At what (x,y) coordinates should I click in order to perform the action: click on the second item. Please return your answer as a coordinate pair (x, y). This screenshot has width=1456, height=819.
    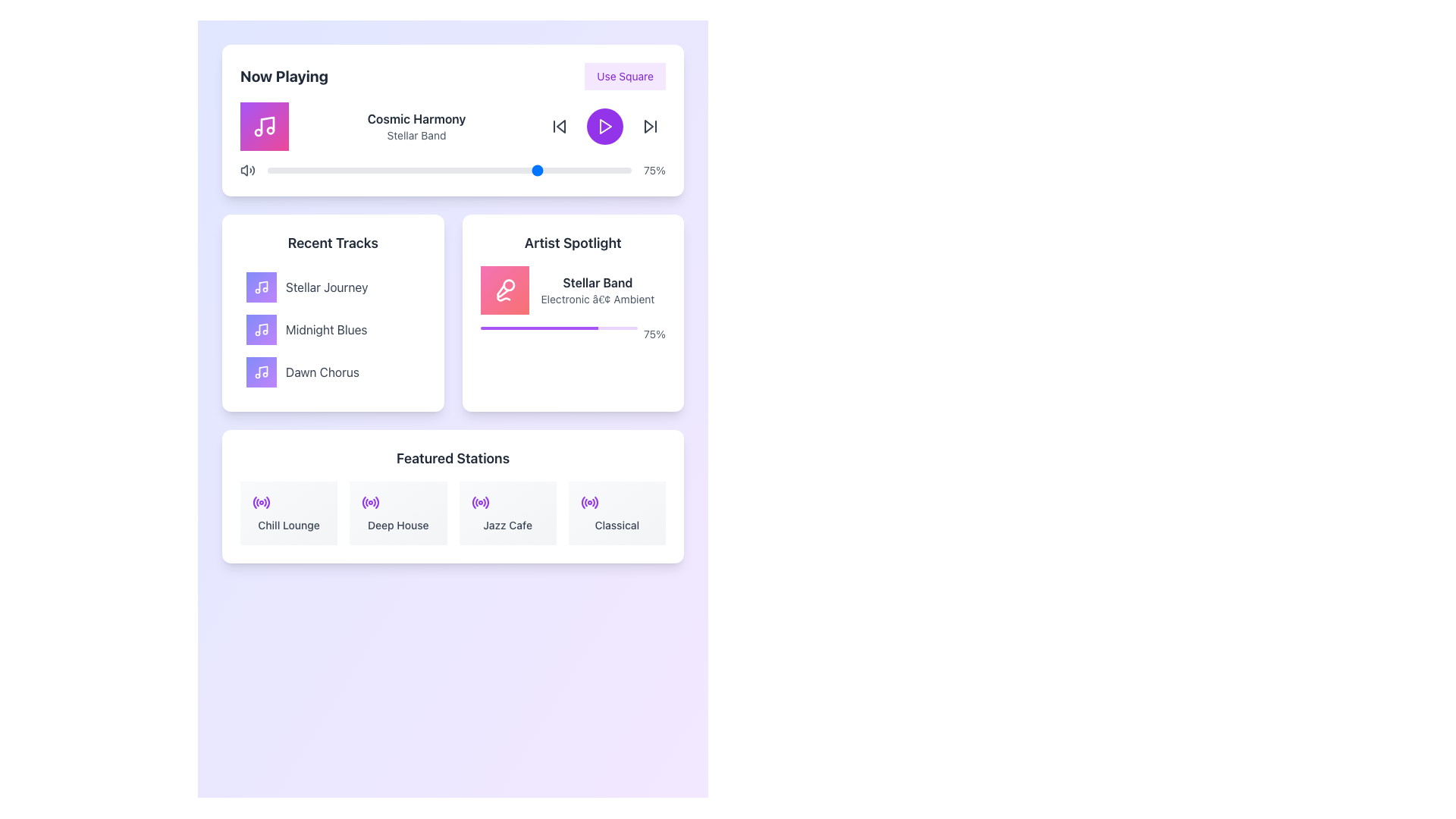
    Looking at the image, I should click on (332, 329).